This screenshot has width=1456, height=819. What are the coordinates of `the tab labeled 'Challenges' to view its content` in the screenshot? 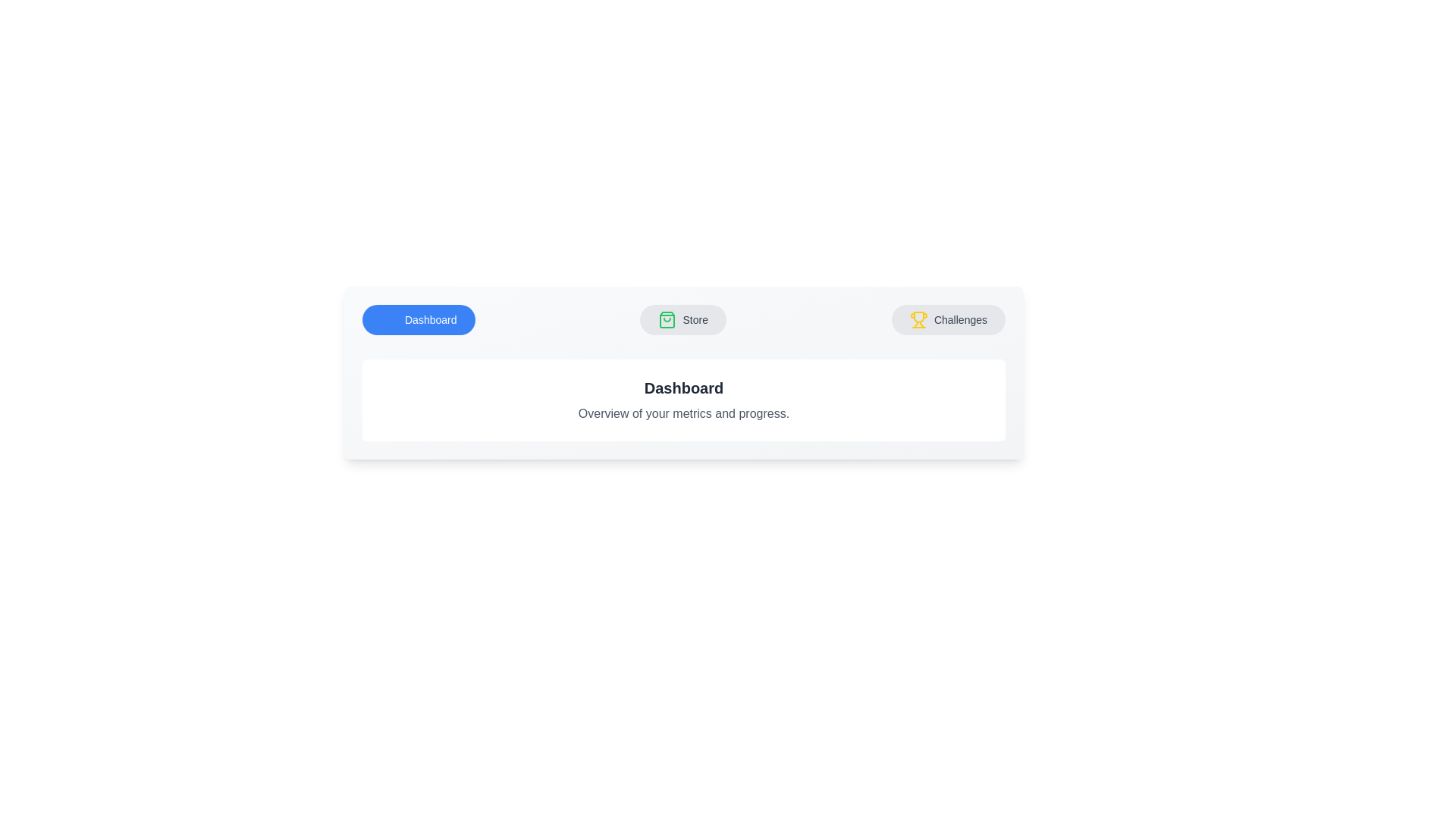 It's located at (947, 318).